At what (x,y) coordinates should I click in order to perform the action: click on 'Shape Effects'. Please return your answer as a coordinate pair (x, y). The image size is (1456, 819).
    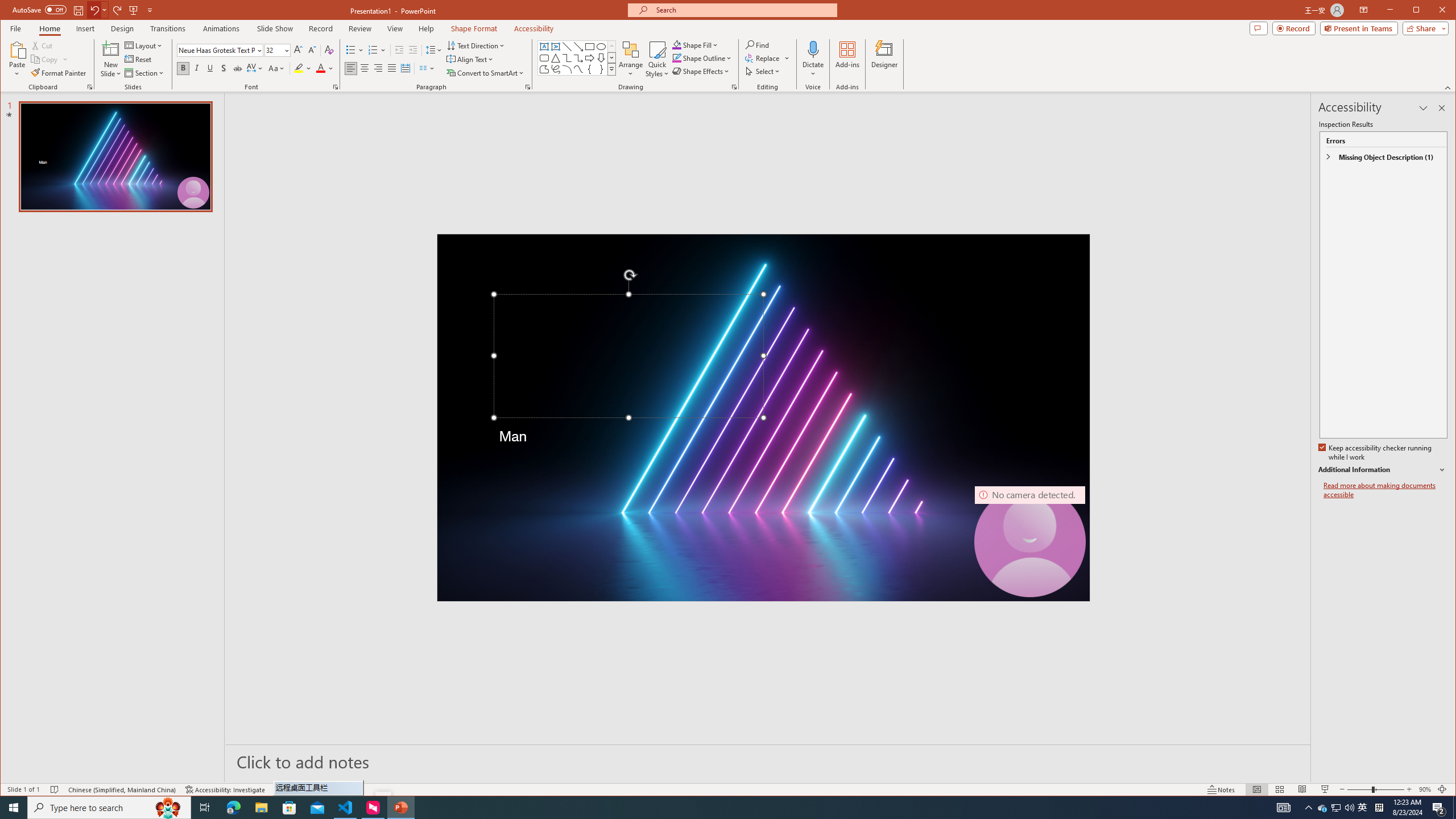
    Looking at the image, I should click on (702, 71).